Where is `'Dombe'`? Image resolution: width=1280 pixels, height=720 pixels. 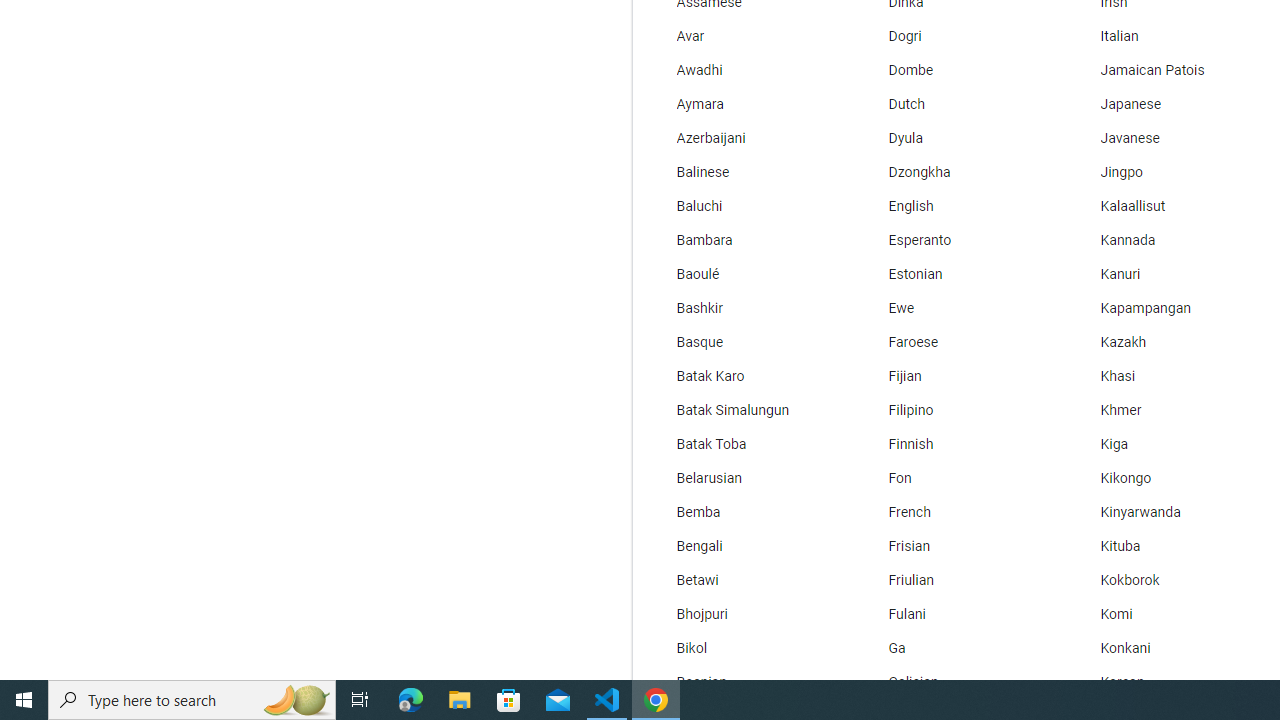
'Dombe' is located at coordinates (956, 69).